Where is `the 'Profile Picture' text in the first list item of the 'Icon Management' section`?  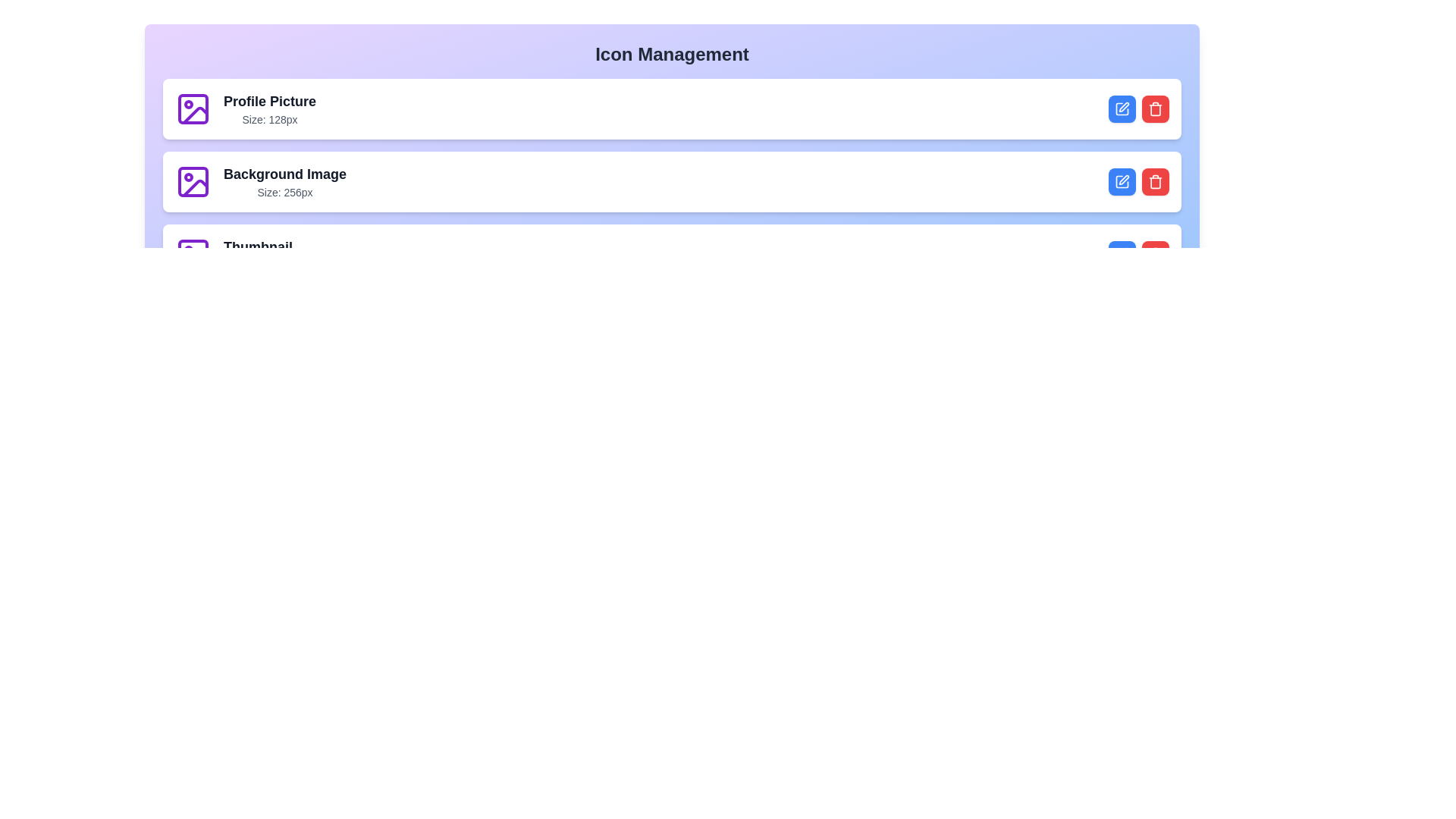 the 'Profile Picture' text in the first list item of the 'Icon Management' section is located at coordinates (246, 108).